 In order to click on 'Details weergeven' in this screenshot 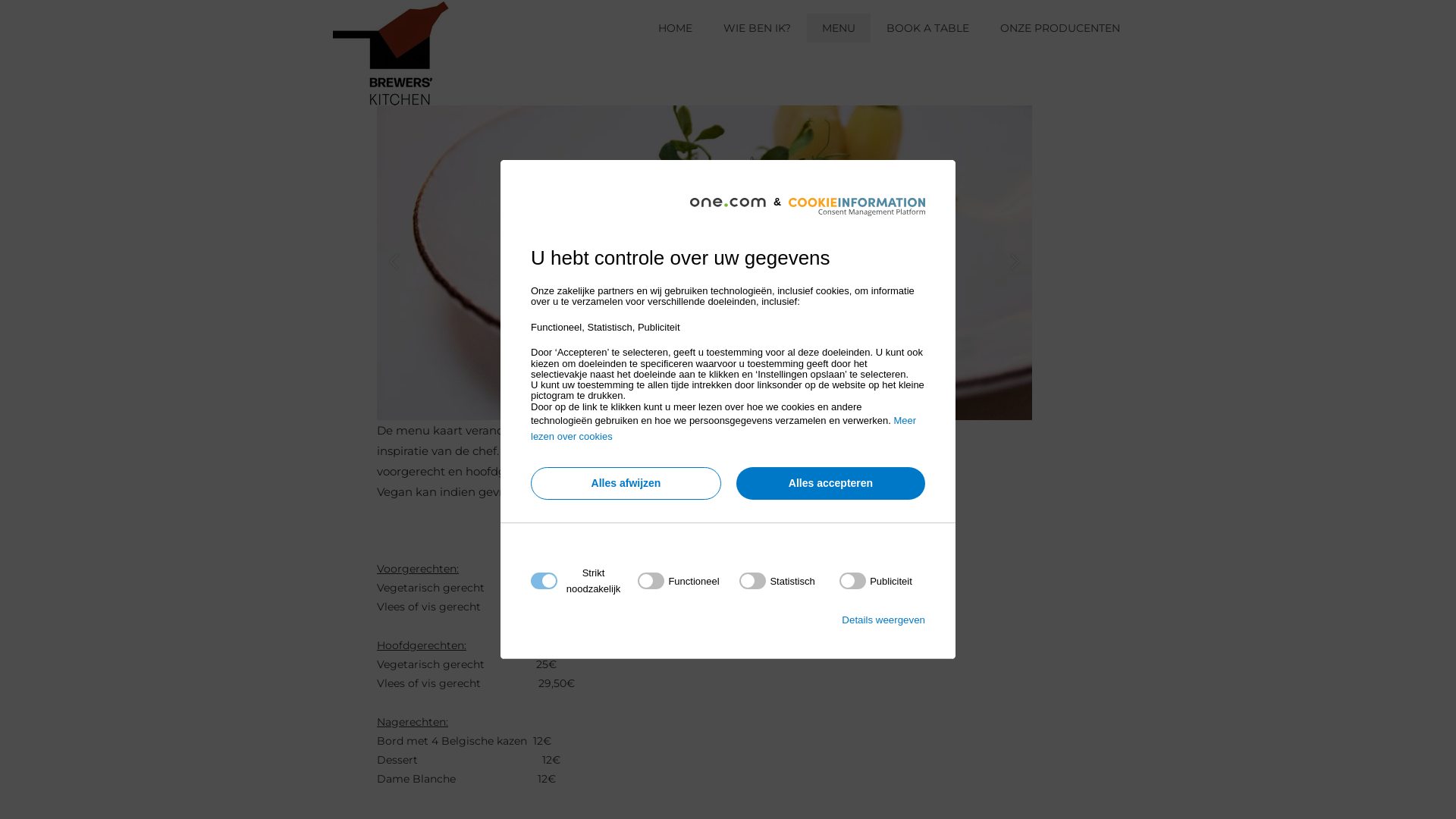, I will do `click(883, 620)`.